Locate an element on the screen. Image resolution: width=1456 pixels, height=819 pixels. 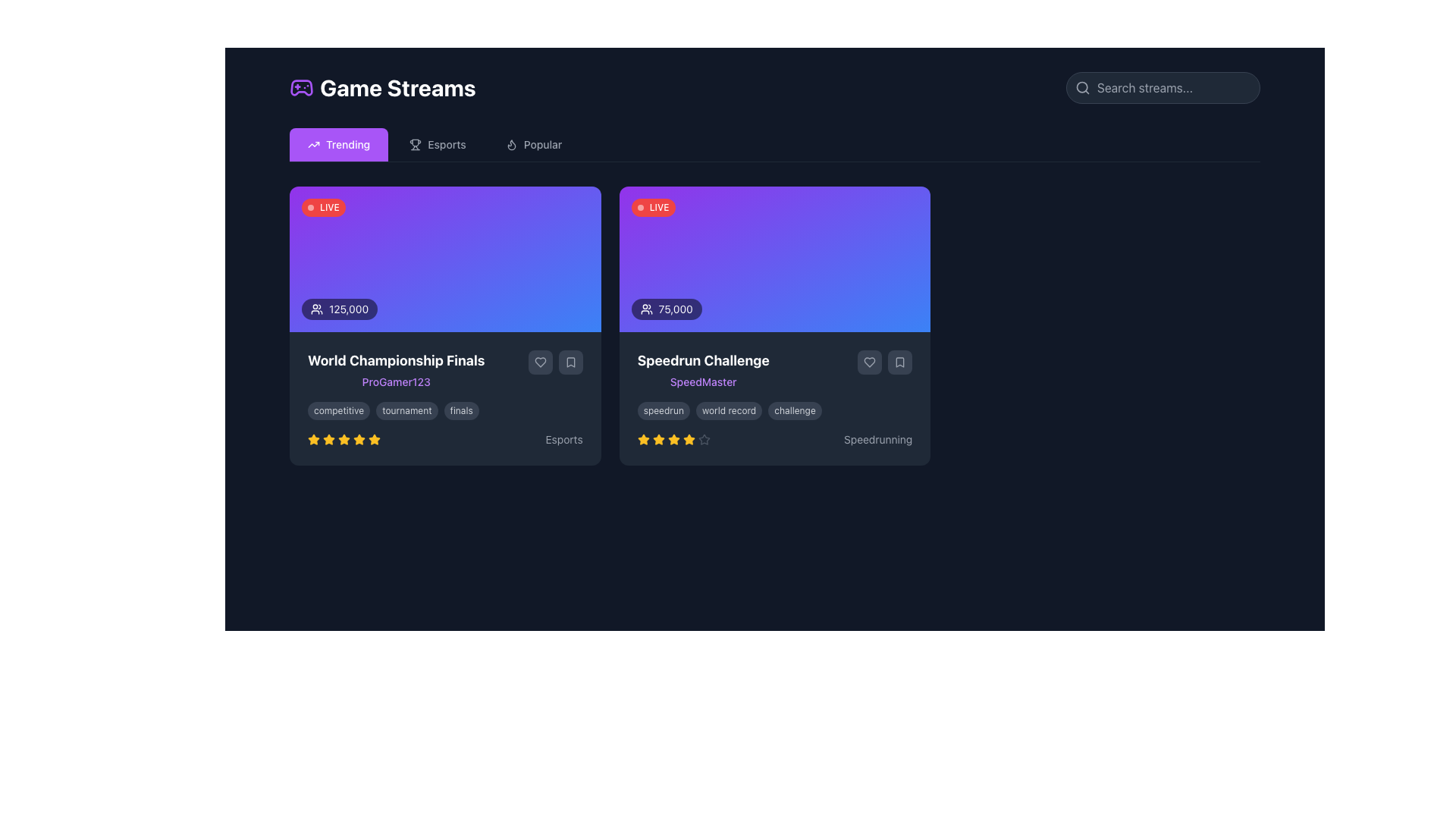
the text label 'ProGamer123' styled in purple and located below 'World Championship Finals' is located at coordinates (396, 381).